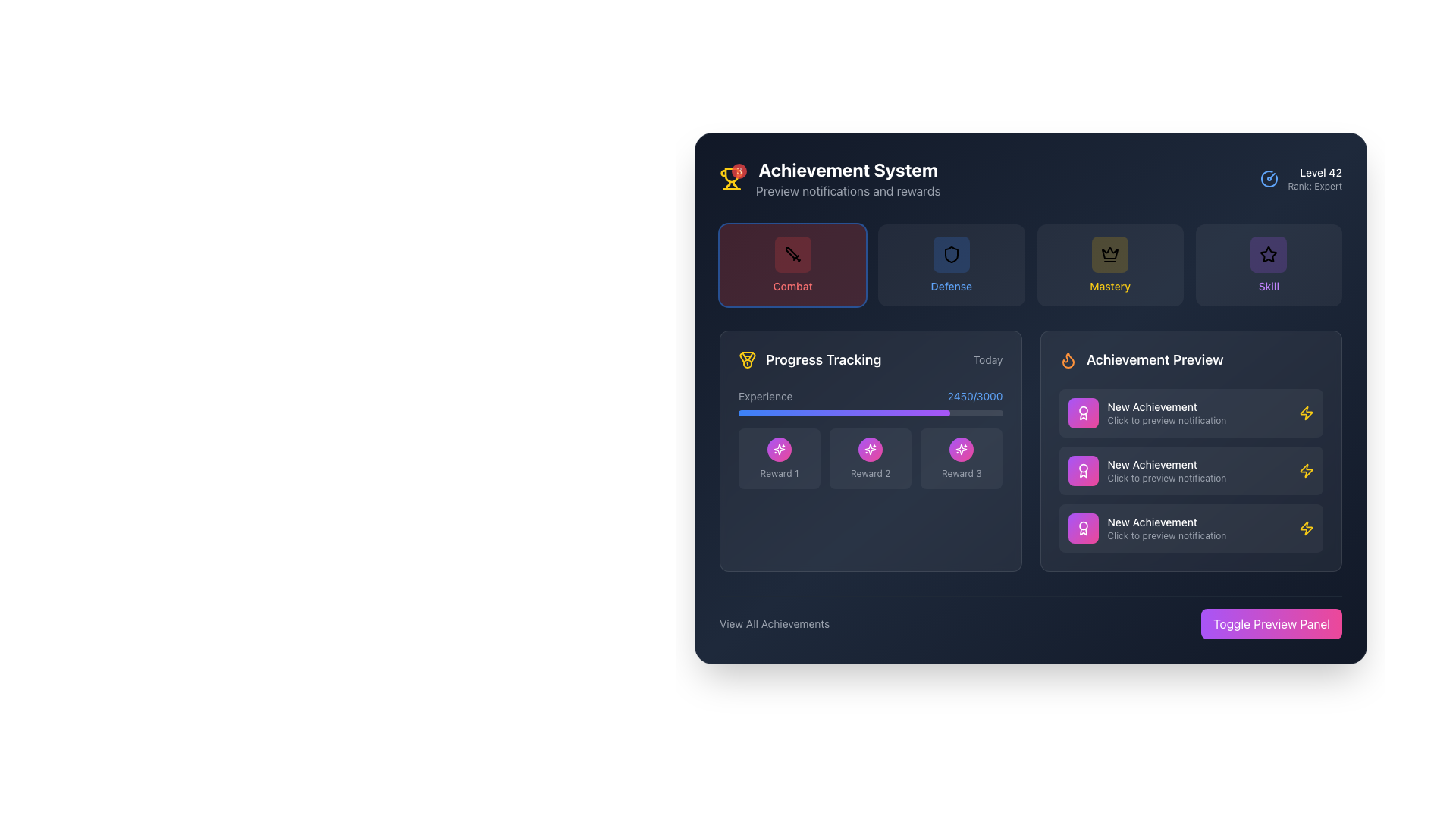  Describe the element at coordinates (1190, 470) in the screenshot. I see `the second interactive card in the 'Achievement Preview' section to preview the related notification` at that location.